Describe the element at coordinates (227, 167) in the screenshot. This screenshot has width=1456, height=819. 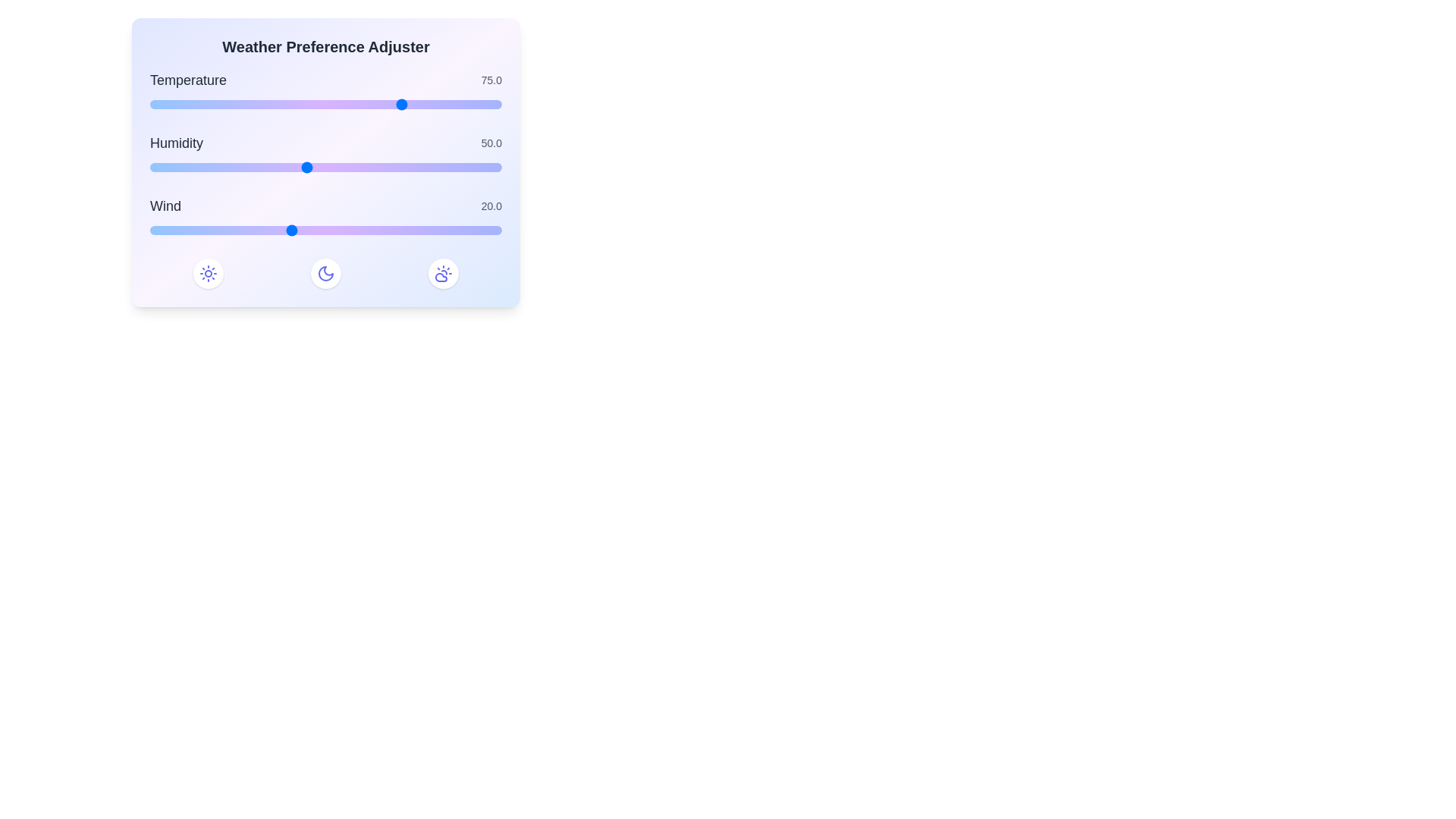
I see `the humidity value` at that location.